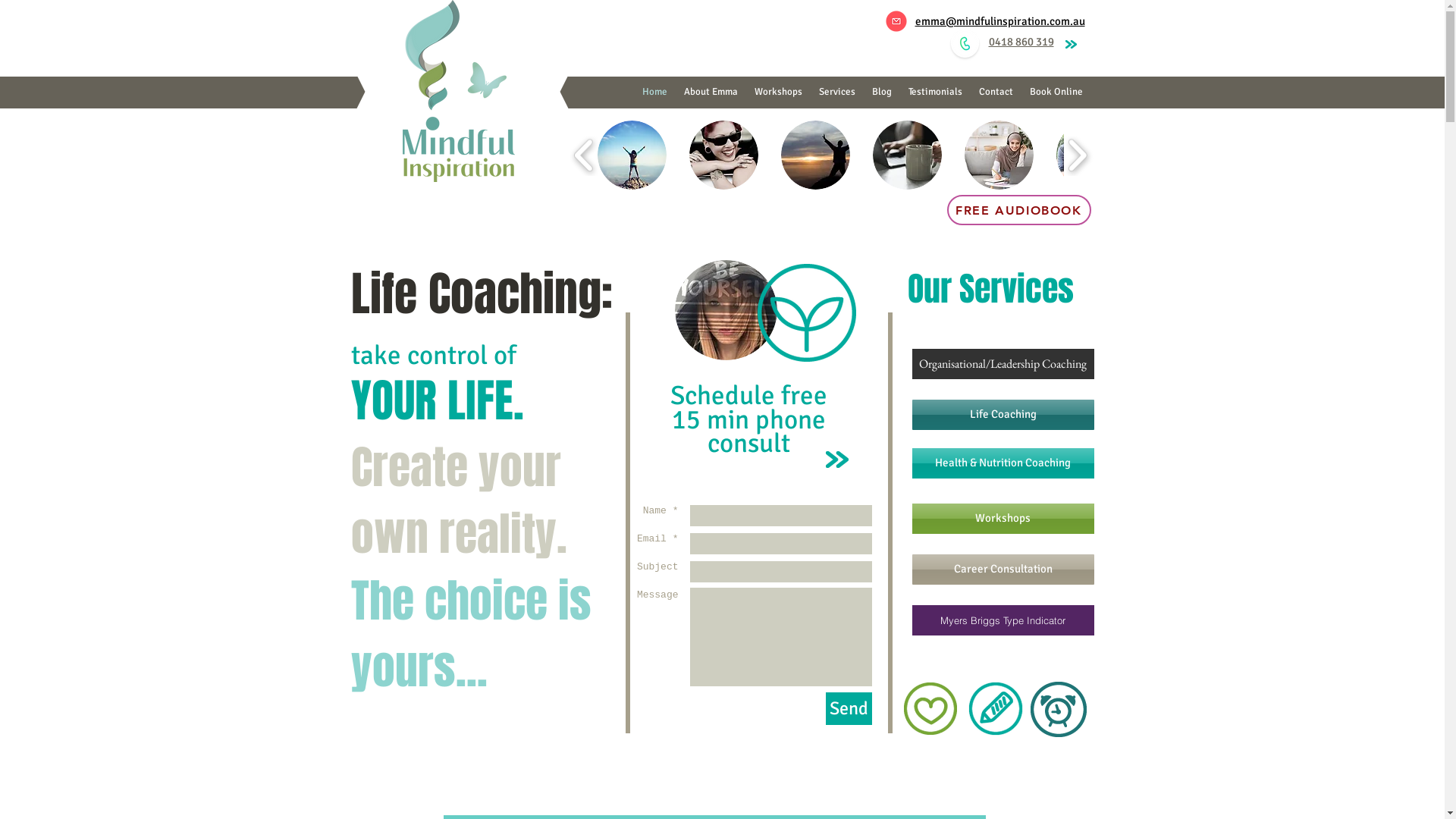  I want to click on 'FREE AUDIOBOOK', so click(1018, 210).